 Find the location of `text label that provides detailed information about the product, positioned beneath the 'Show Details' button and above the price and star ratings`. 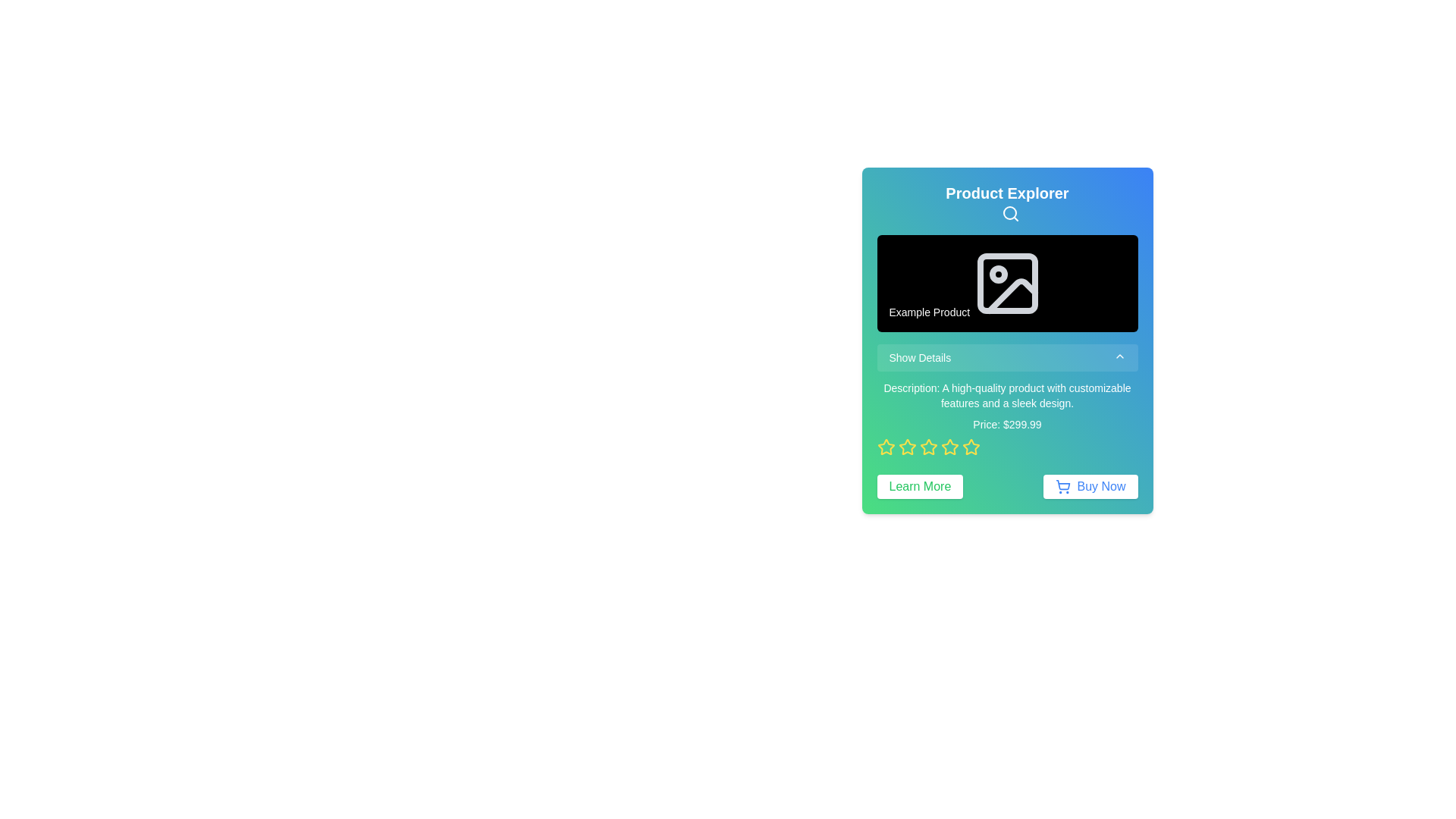

text label that provides detailed information about the product, positioned beneath the 'Show Details' button and above the price and star ratings is located at coordinates (1007, 394).